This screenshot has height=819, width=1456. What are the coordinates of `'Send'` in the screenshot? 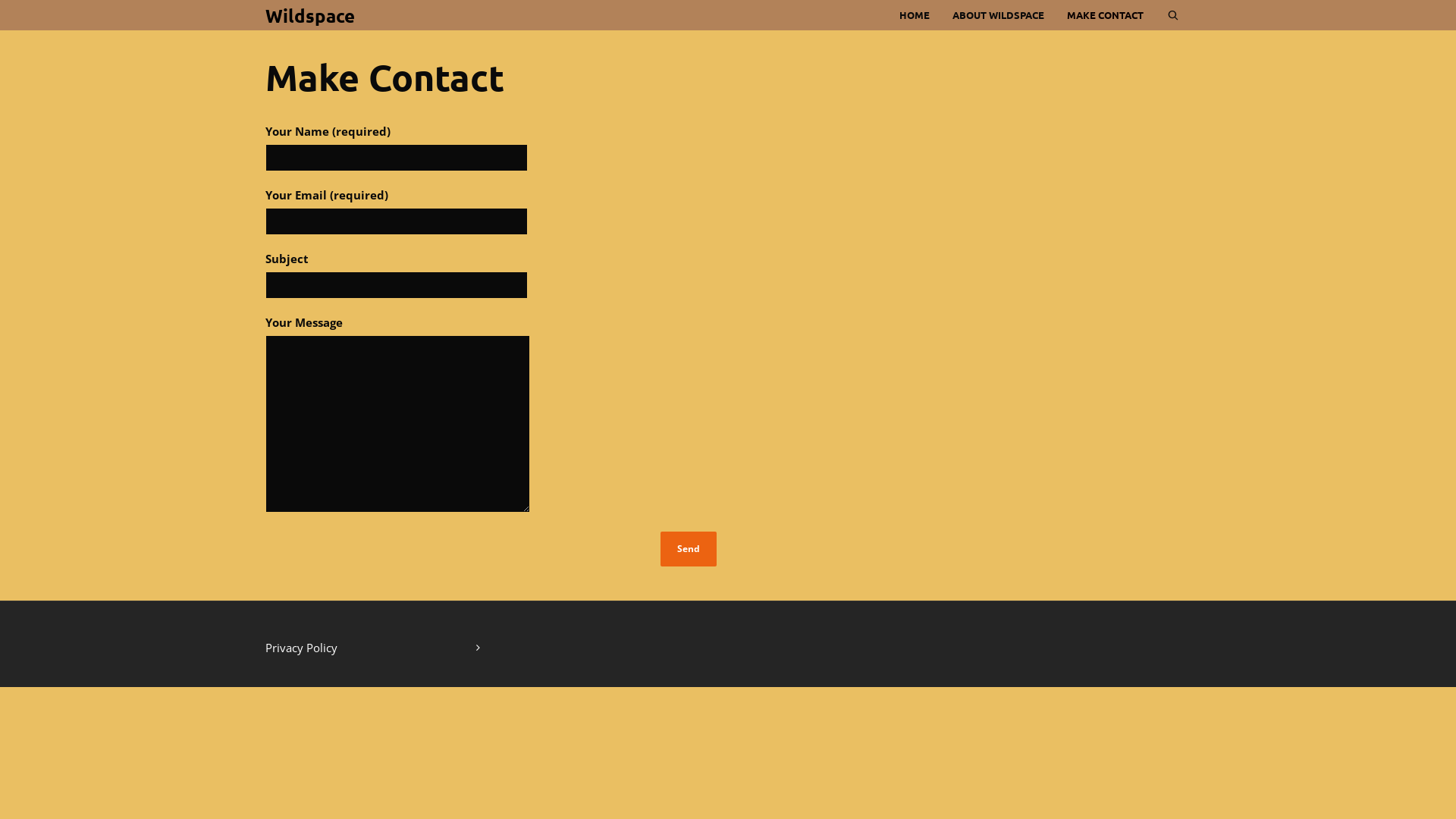 It's located at (687, 549).